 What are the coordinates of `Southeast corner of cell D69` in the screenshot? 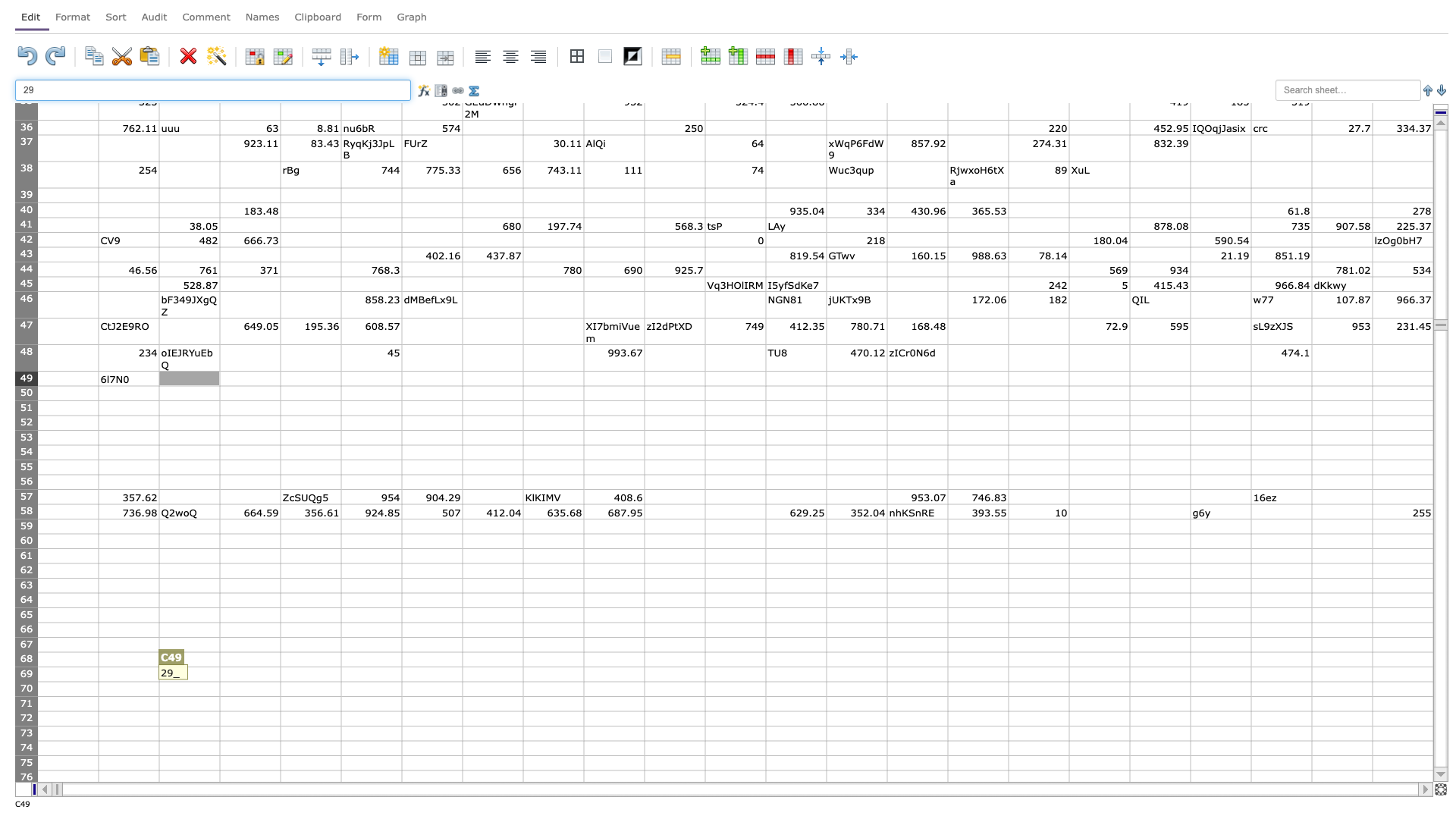 It's located at (280, 680).